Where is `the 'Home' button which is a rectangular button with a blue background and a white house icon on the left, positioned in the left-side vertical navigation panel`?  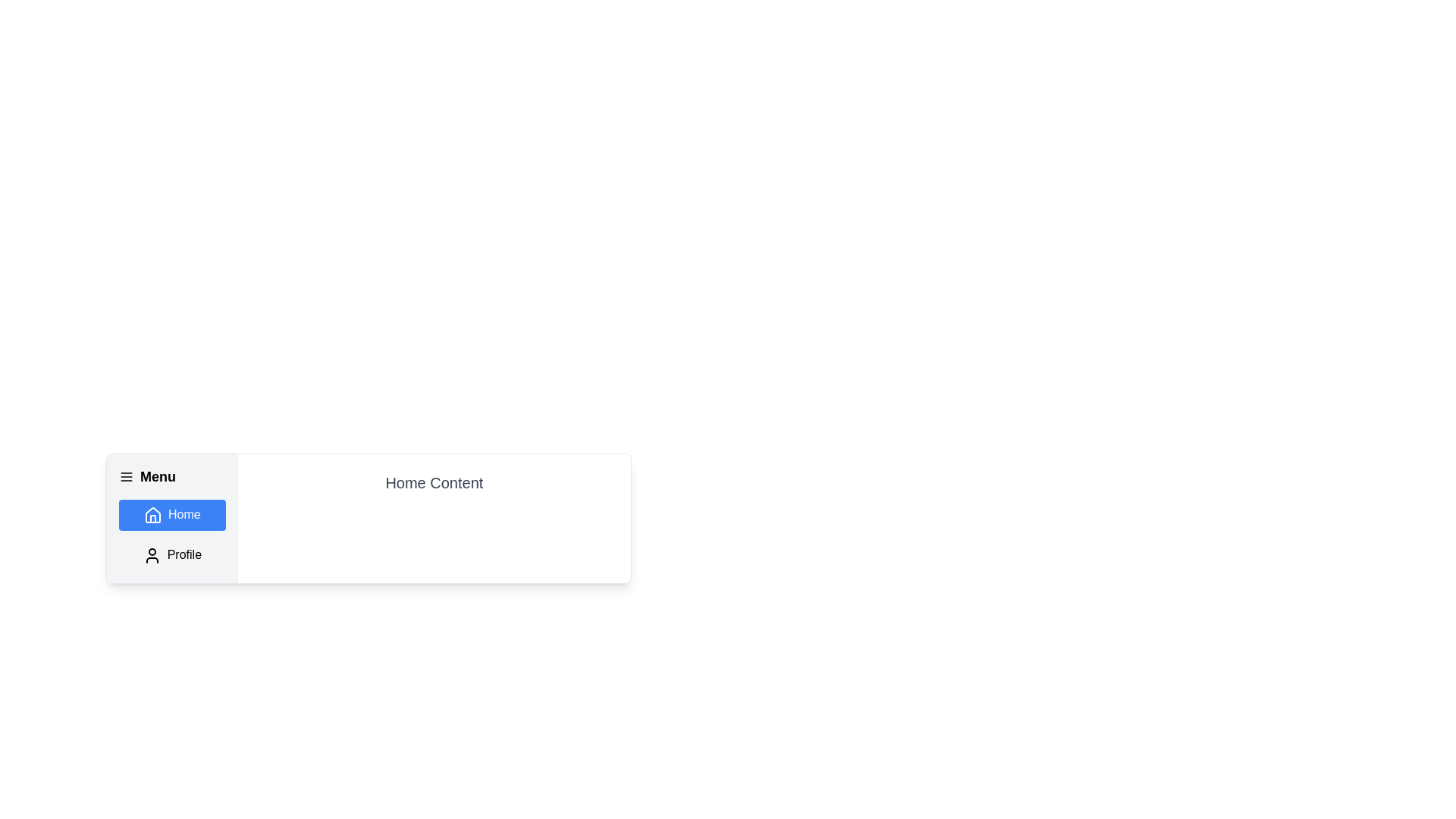
the 'Home' button which is a rectangular button with a blue background and a white house icon on the left, positioned in the left-side vertical navigation panel is located at coordinates (172, 514).